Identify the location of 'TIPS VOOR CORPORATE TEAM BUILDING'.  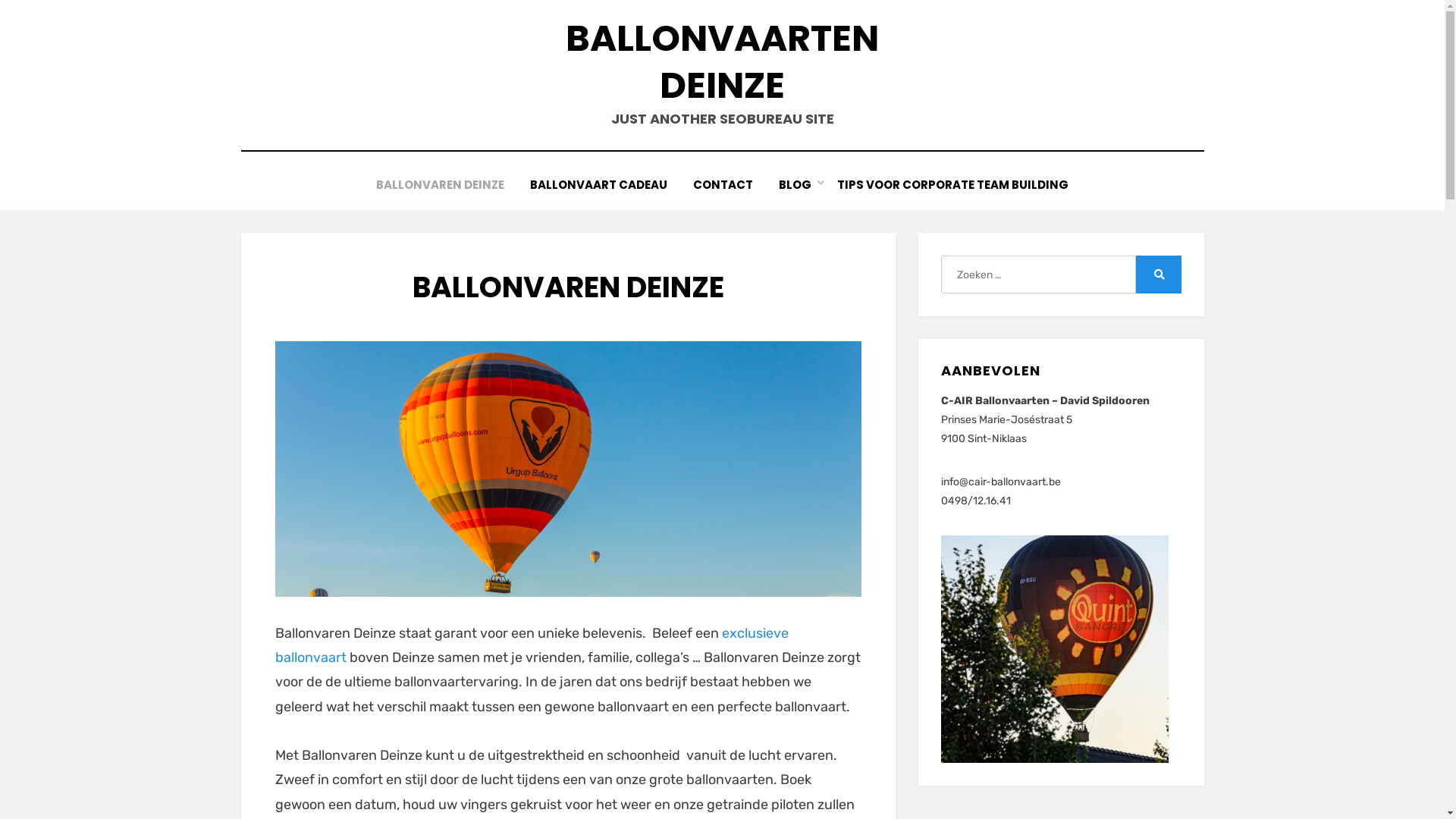
(952, 184).